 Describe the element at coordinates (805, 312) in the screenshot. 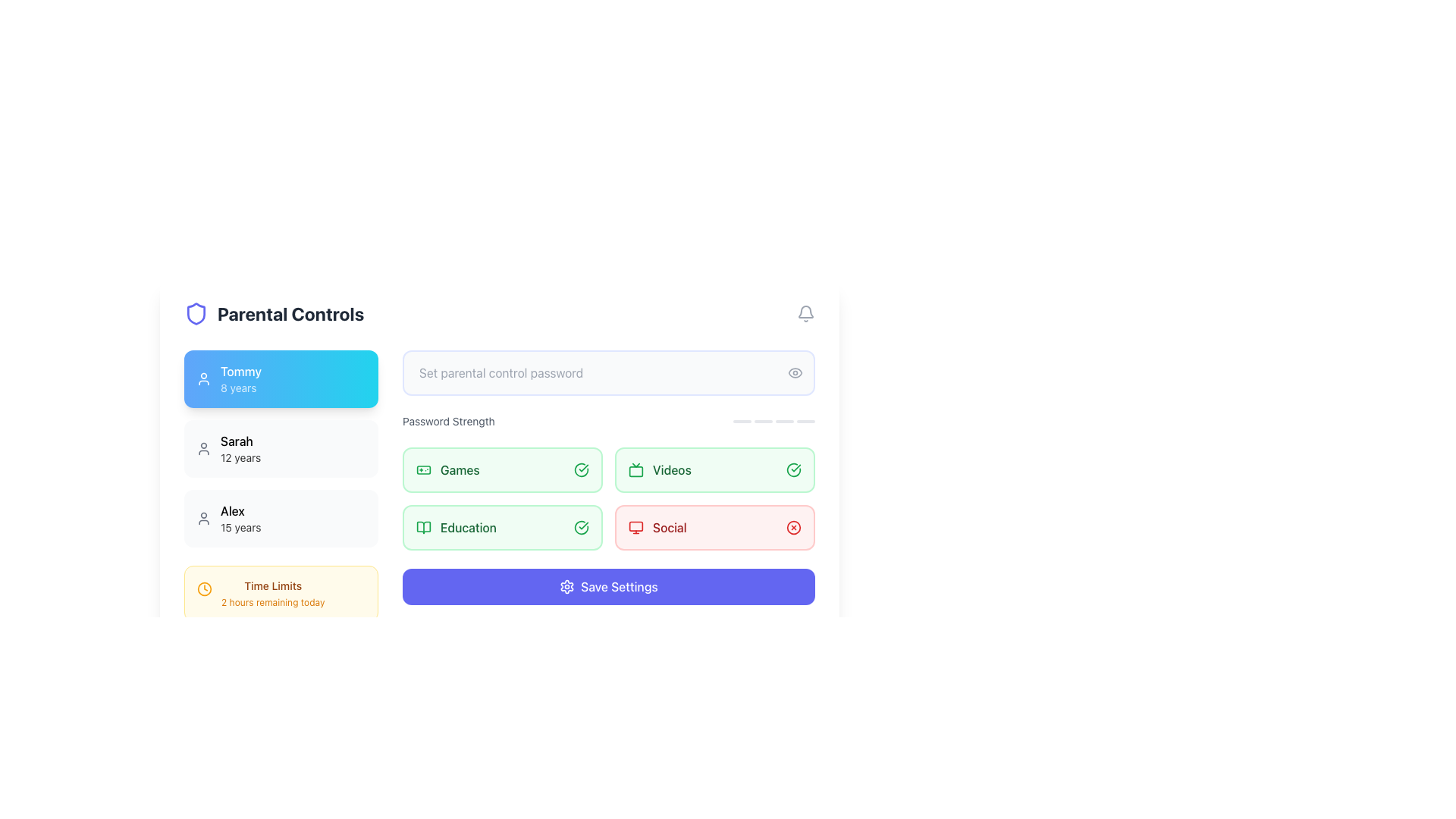

I see `the notification management icon located at the top-right corner of the interface under 'Parental Controls'` at that location.